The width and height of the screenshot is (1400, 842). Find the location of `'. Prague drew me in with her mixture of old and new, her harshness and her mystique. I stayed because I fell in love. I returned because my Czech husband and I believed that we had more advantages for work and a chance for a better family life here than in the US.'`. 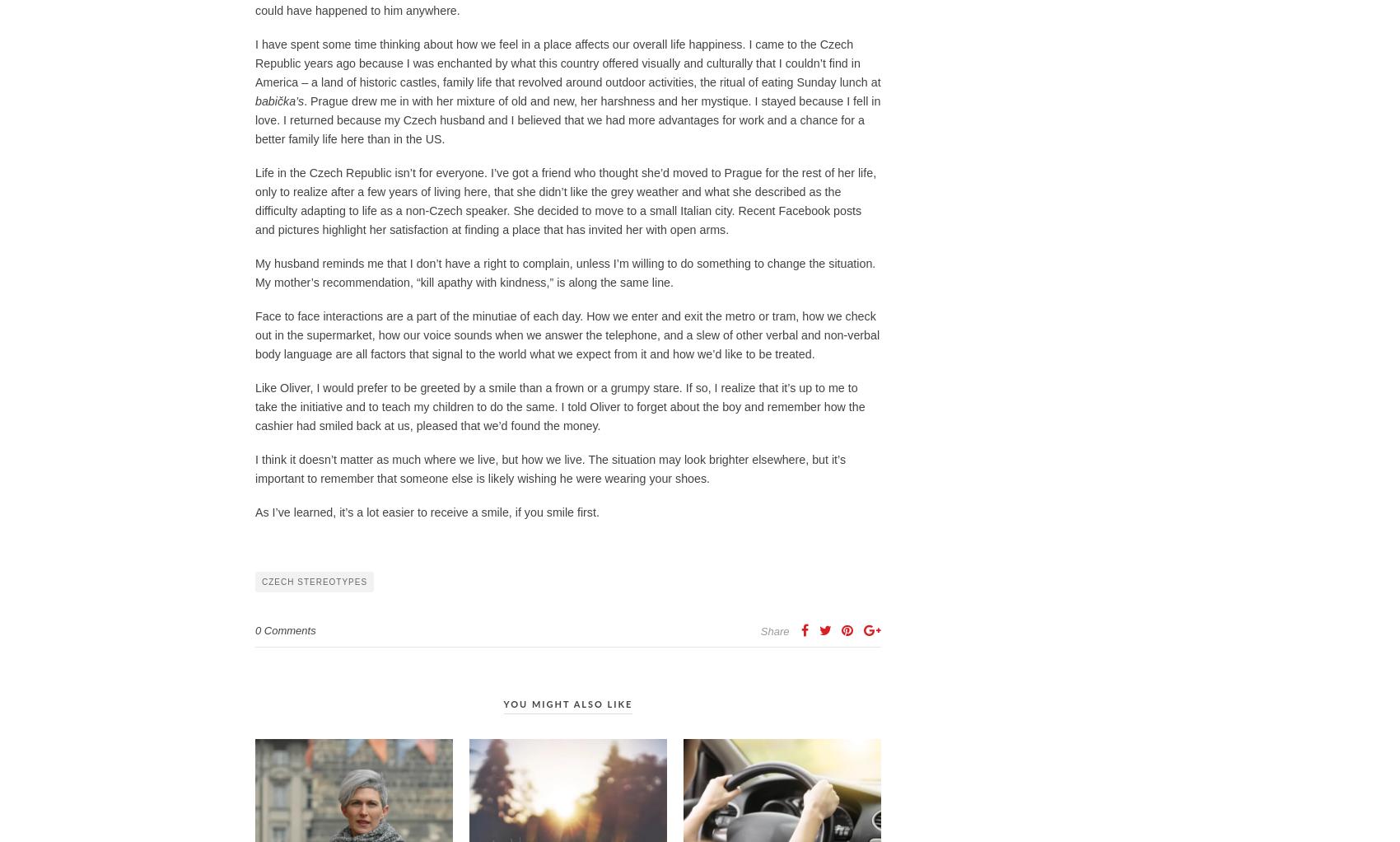

'. Prague drew me in with her mixture of old and new, her harshness and her mystique. I stayed because I fell in love. I returned because my Czech husband and I believed that we had more advantages for work and a chance for a better family life here than in the US.' is located at coordinates (567, 119).